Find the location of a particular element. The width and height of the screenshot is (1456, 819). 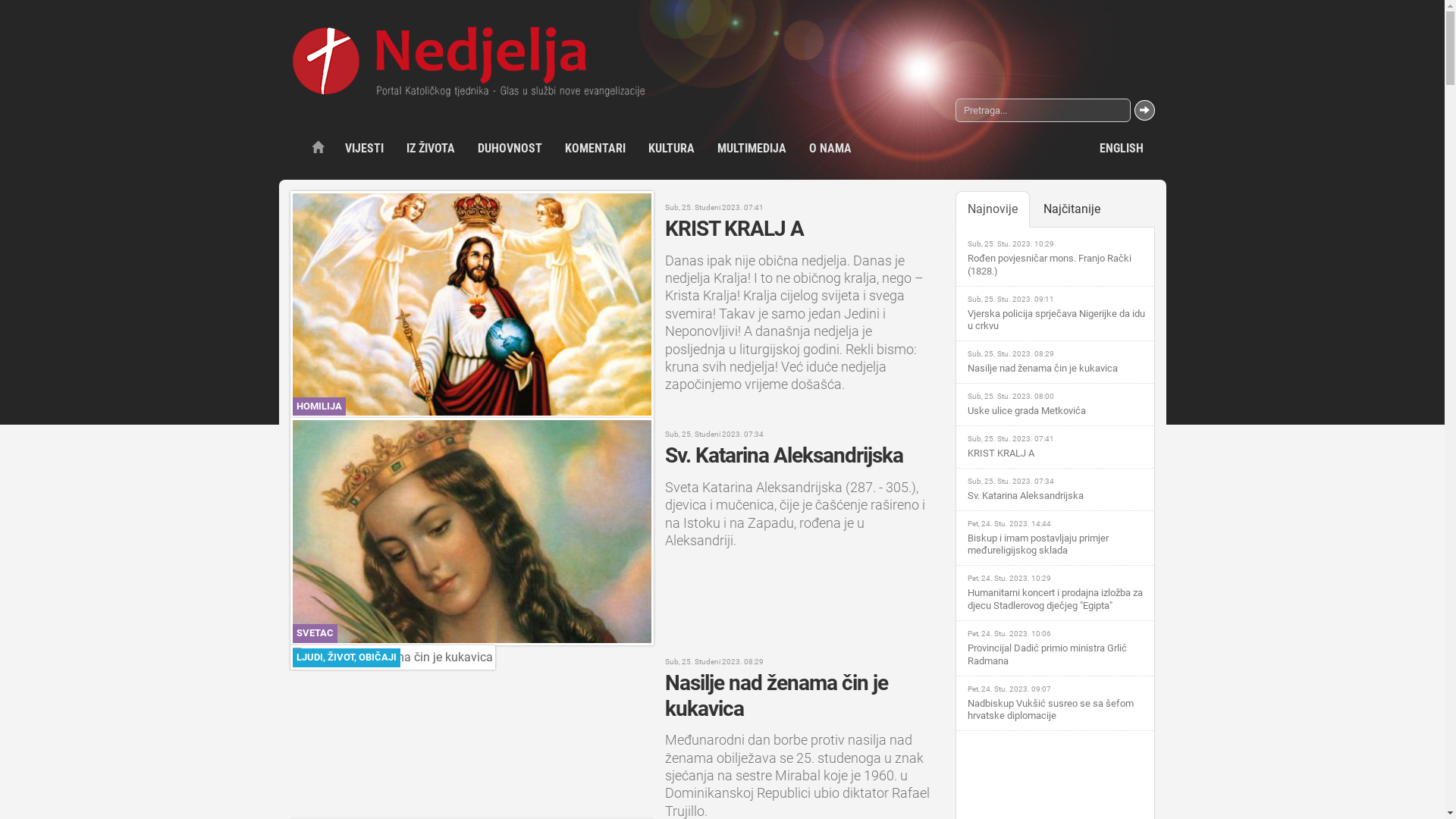

'MULTIMEDIJA' is located at coordinates (751, 149).